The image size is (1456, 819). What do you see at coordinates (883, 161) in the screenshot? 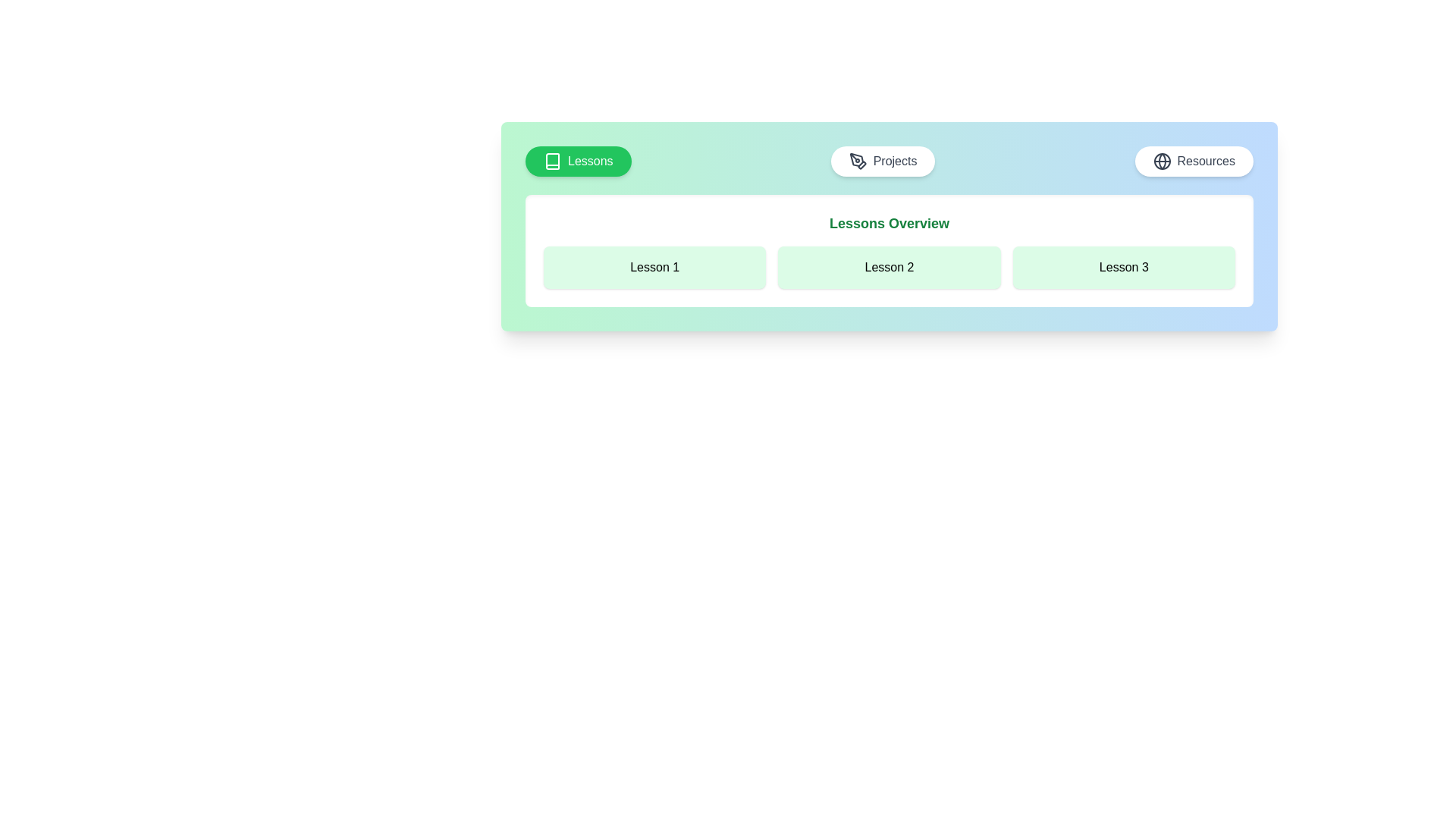
I see `the project navigation button located centrally in the header section of the interface` at bounding box center [883, 161].